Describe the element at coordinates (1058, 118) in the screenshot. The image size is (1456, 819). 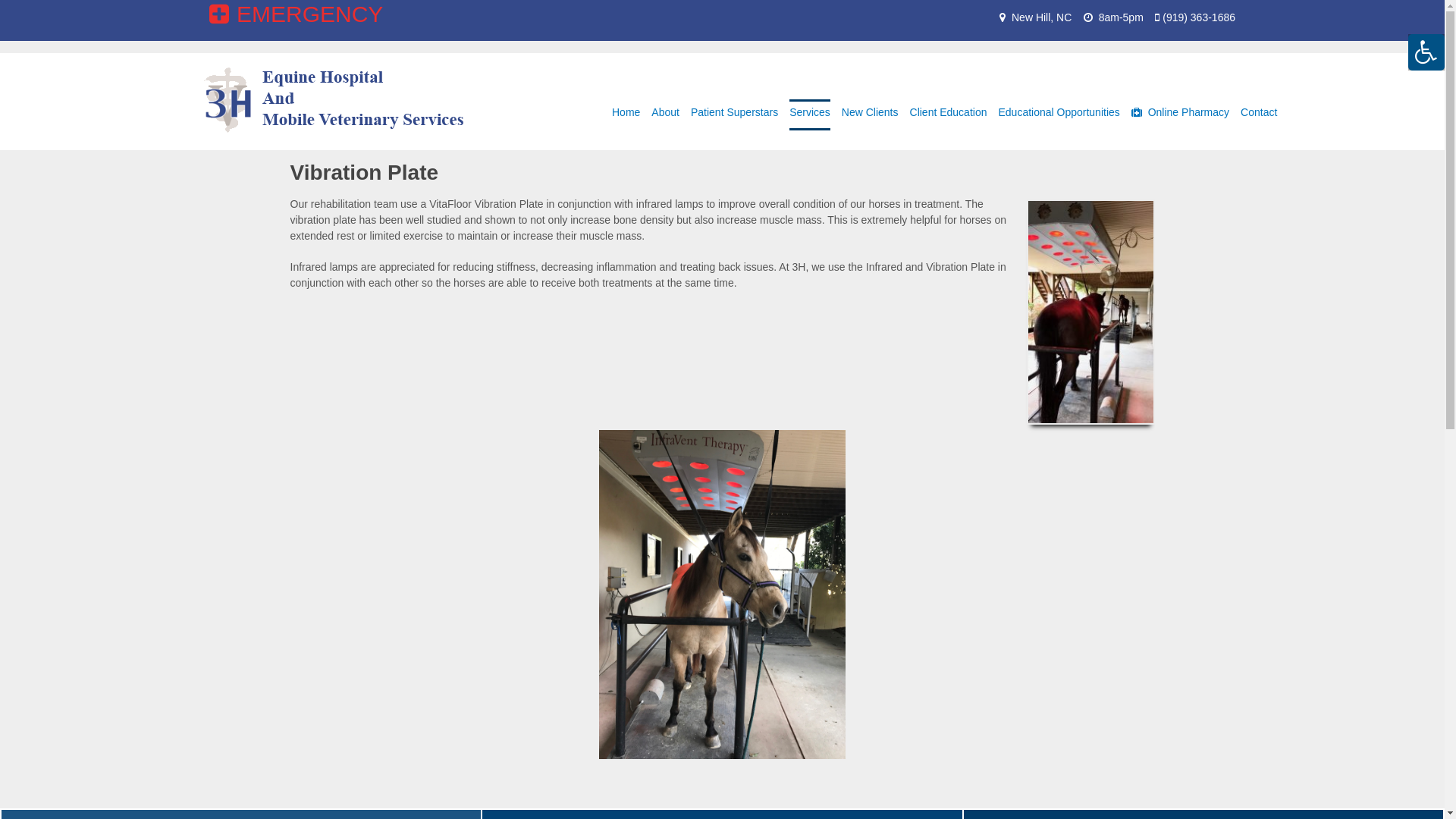
I see `'Educational Opportunities'` at that location.